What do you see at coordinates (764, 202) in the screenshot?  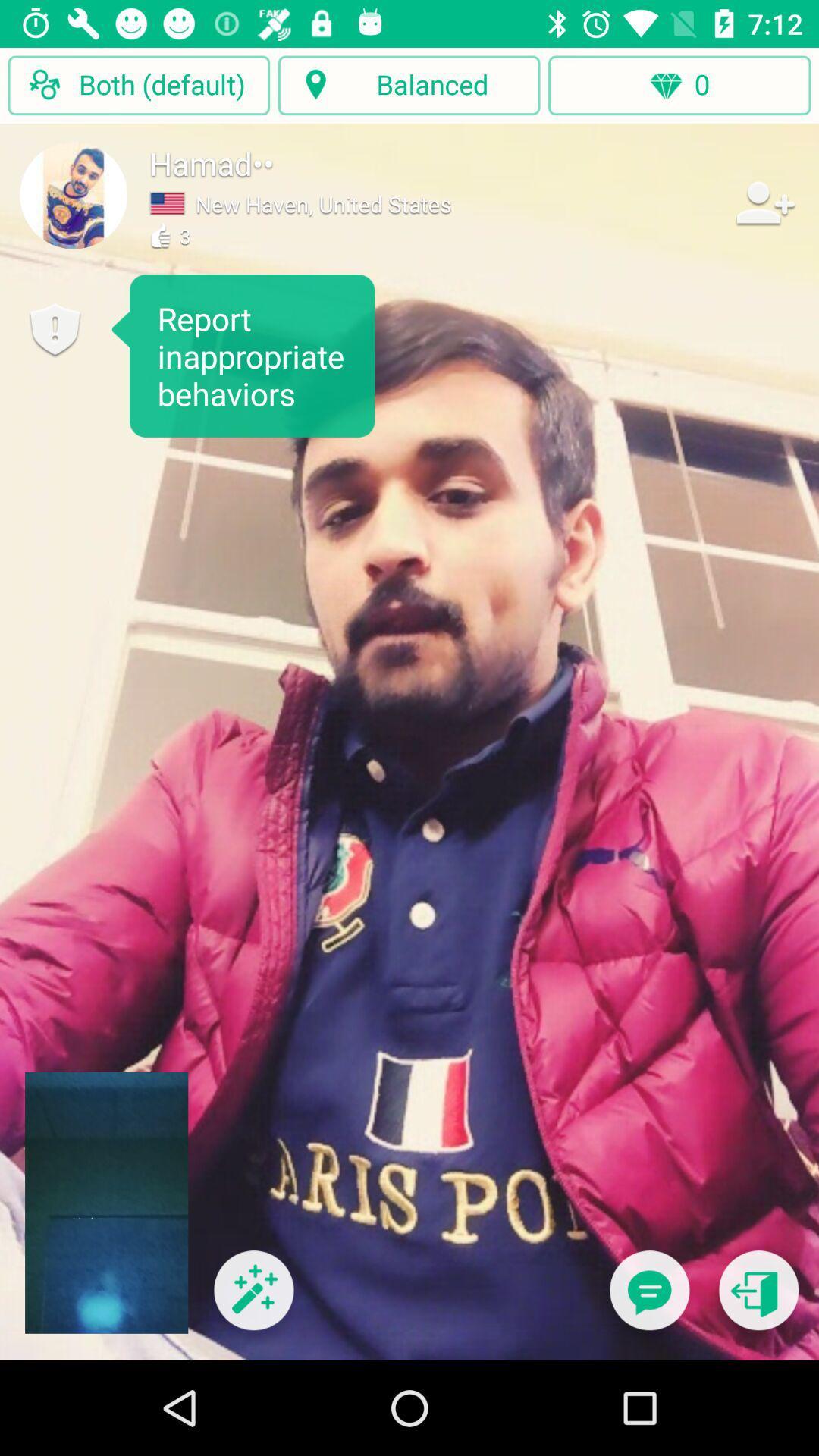 I see `the contact` at bounding box center [764, 202].